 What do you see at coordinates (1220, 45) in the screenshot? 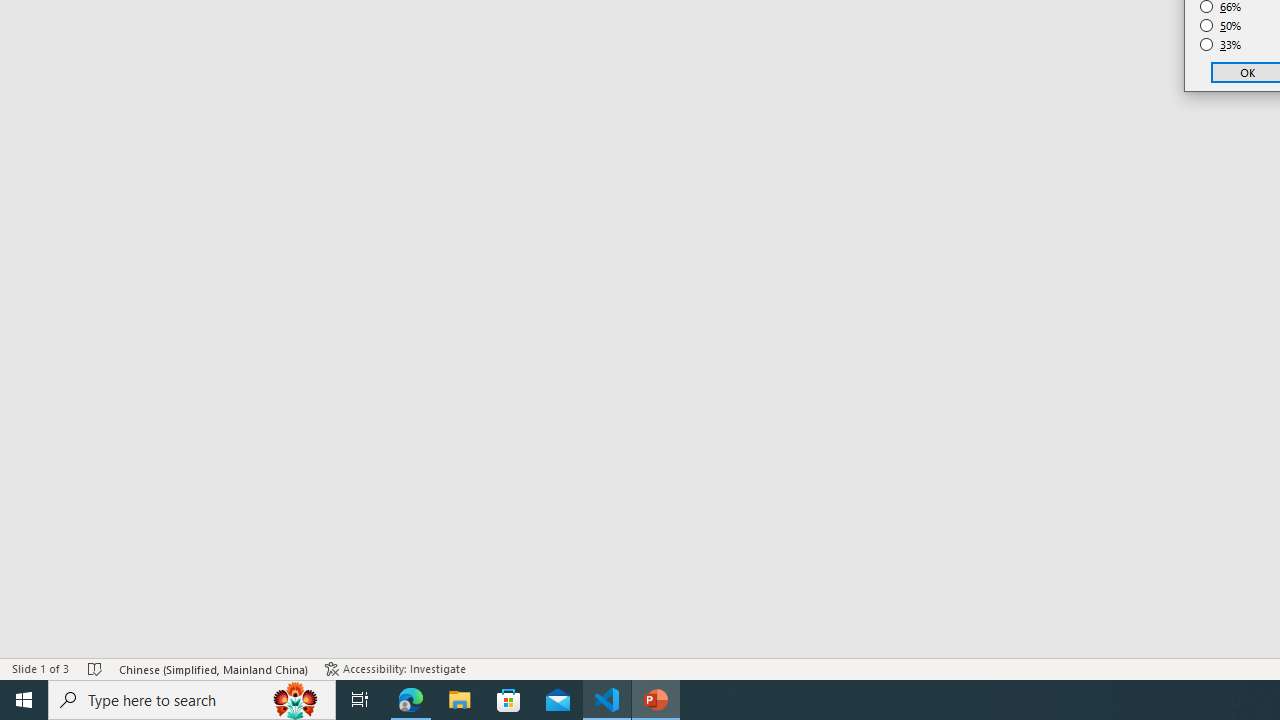
I see `'33%'` at bounding box center [1220, 45].